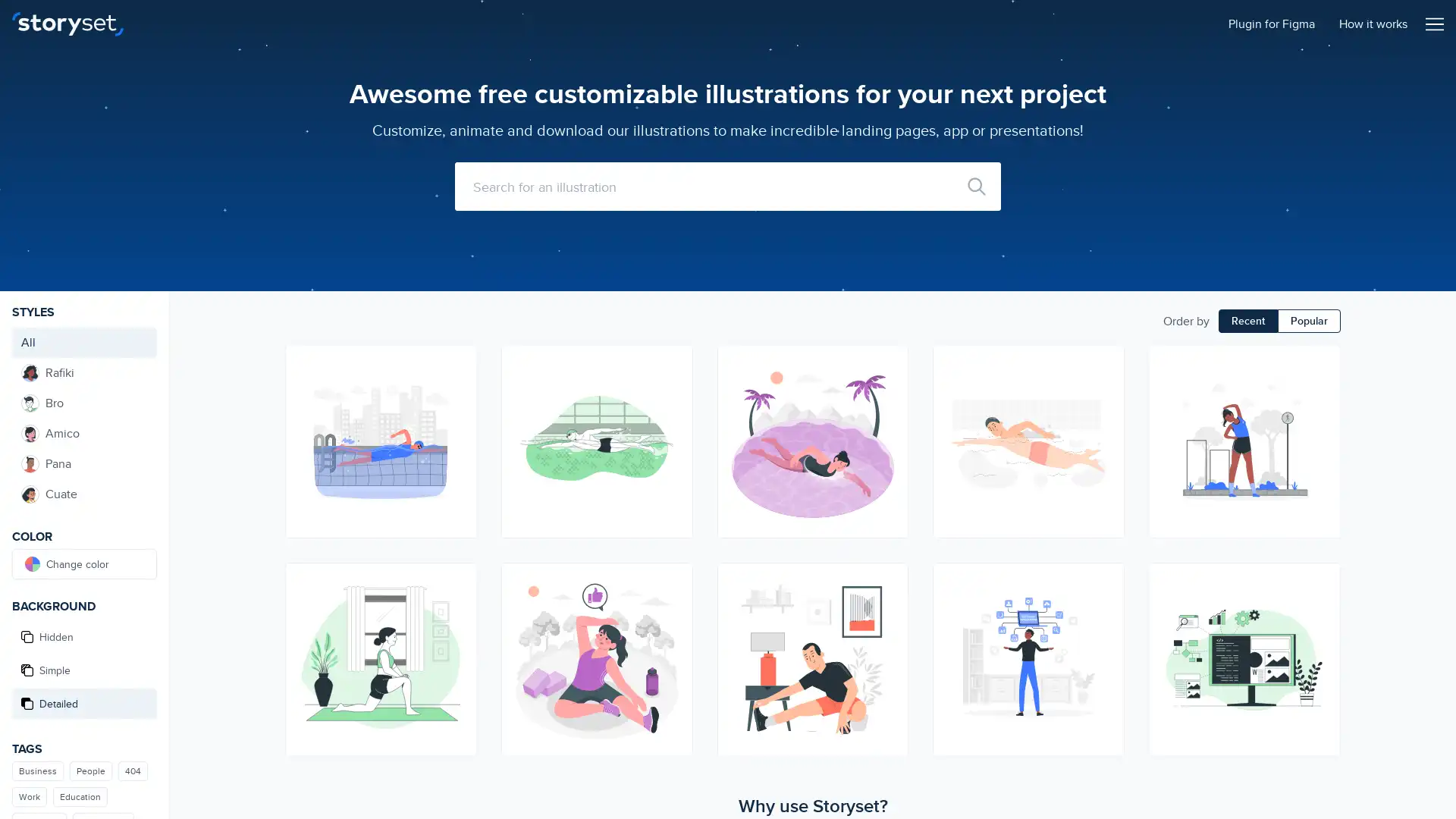 The height and width of the screenshot is (819, 1456). What do you see at coordinates (1106, 363) in the screenshot?
I see `wand icon Animate` at bounding box center [1106, 363].